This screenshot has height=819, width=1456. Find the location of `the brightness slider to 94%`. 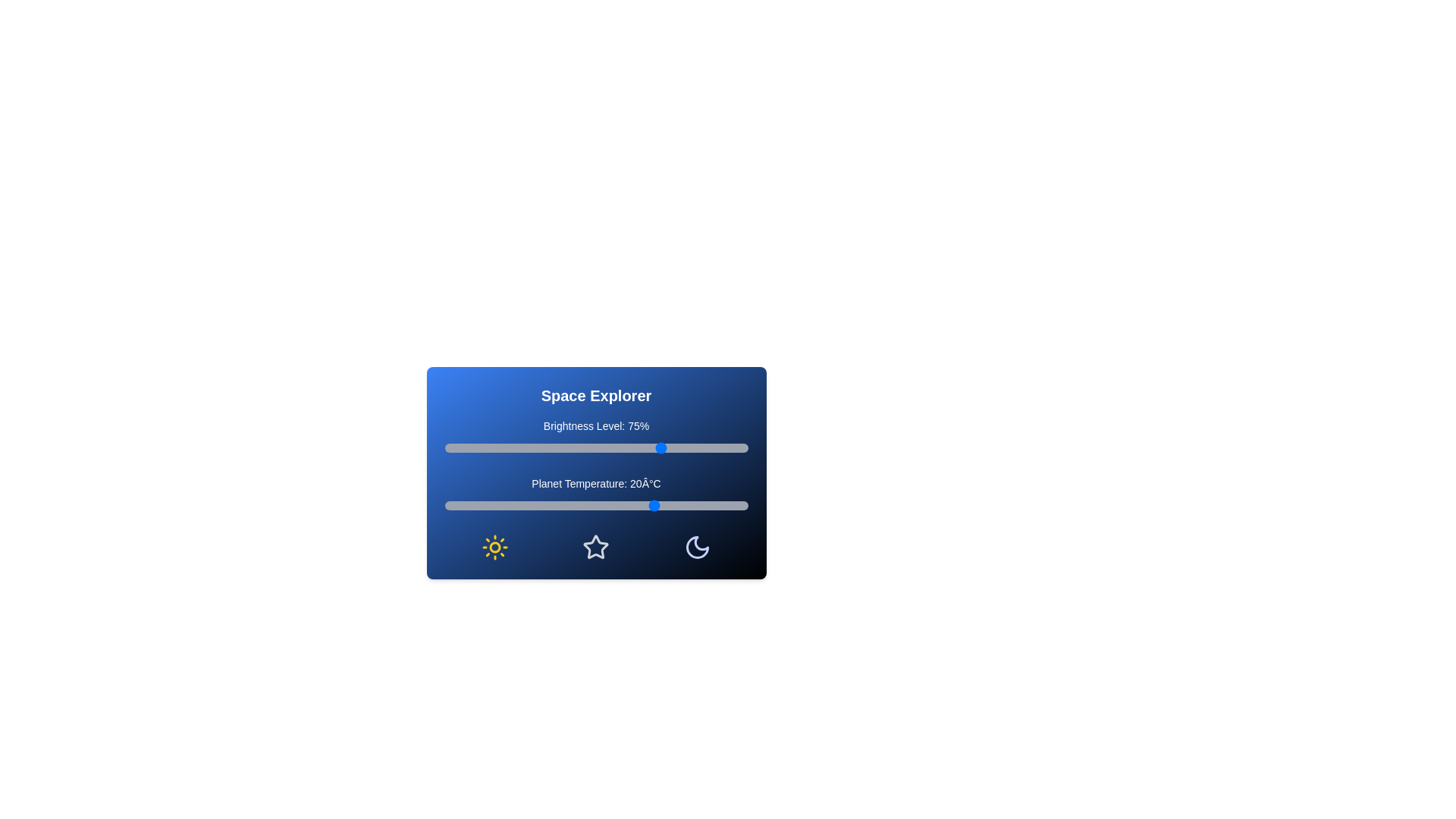

the brightness slider to 94% is located at coordinates (726, 447).